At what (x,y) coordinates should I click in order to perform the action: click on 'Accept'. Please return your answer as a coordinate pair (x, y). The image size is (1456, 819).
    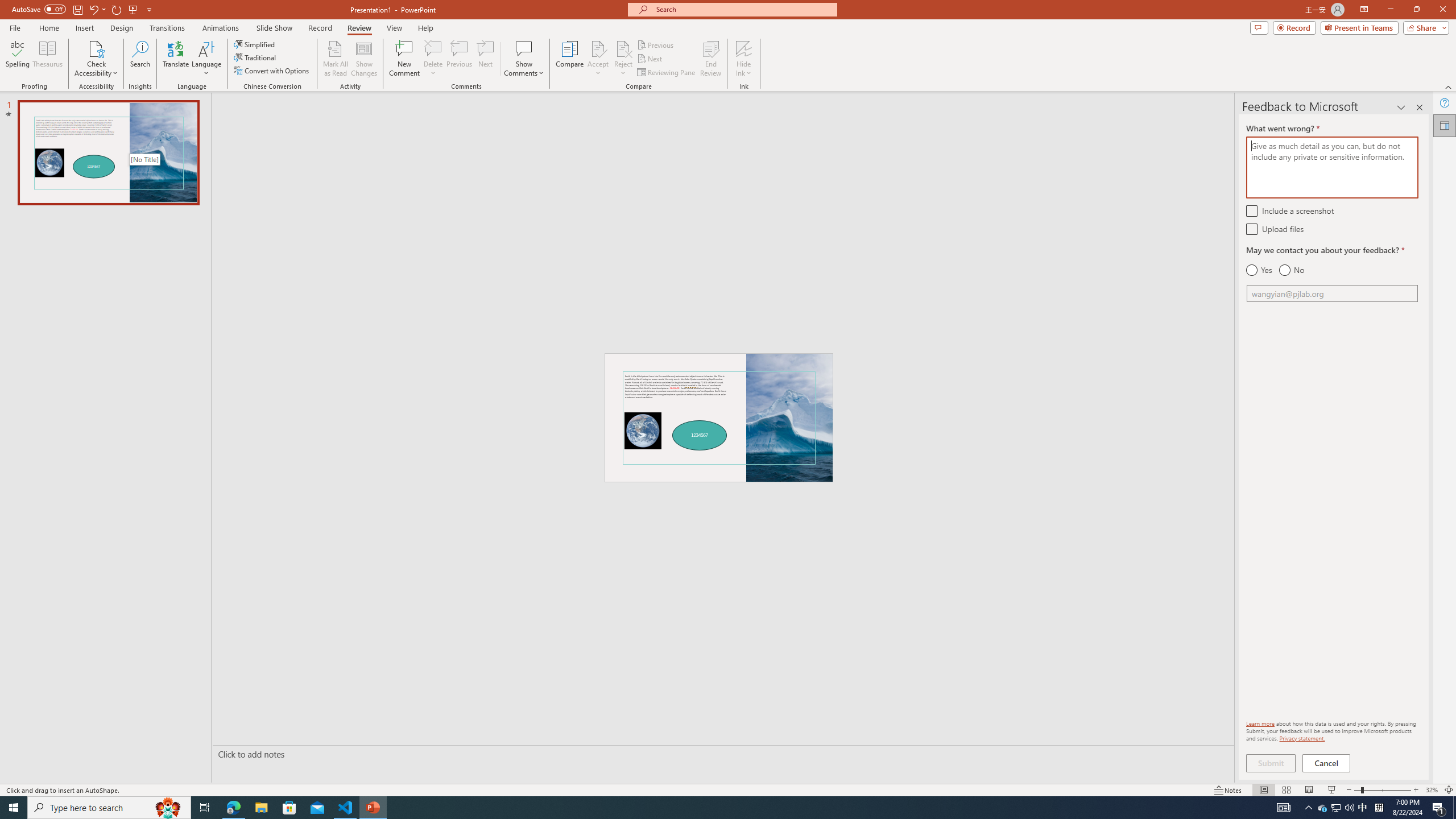
    Looking at the image, I should click on (598, 59).